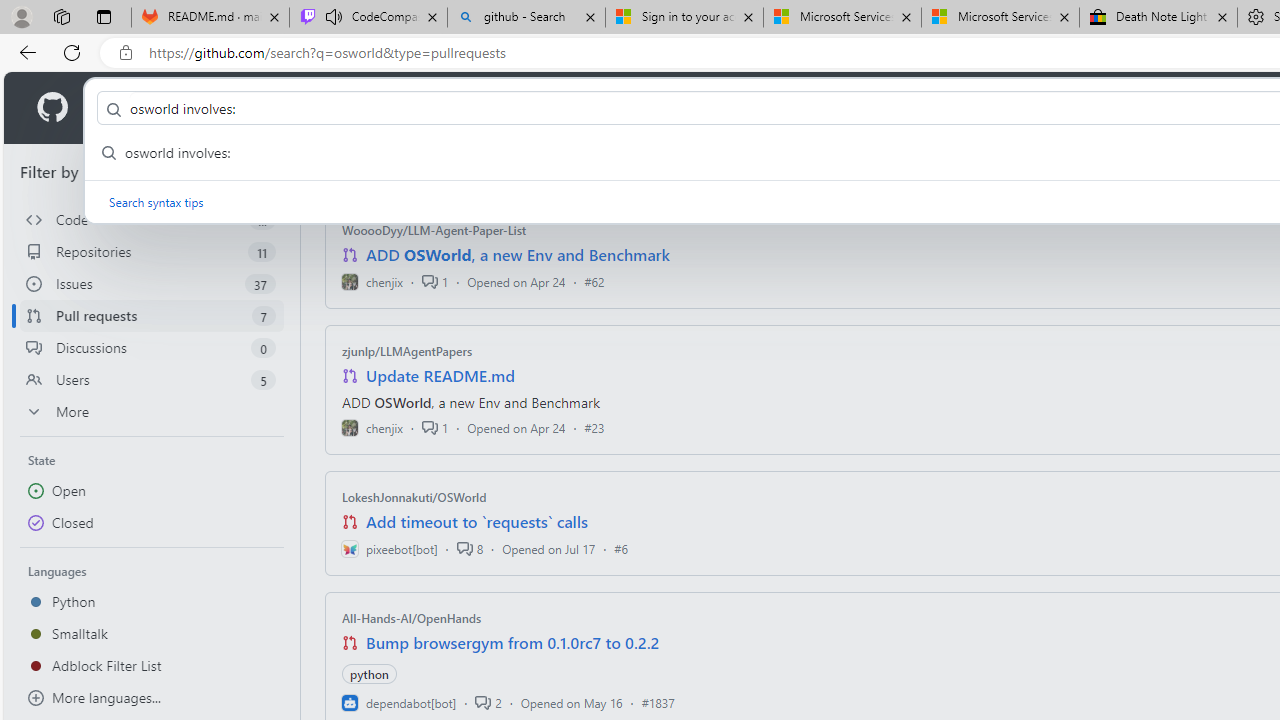 The image size is (1280, 720). What do you see at coordinates (406, 350) in the screenshot?
I see `'zjunlp/LLMAgentPapers'` at bounding box center [406, 350].